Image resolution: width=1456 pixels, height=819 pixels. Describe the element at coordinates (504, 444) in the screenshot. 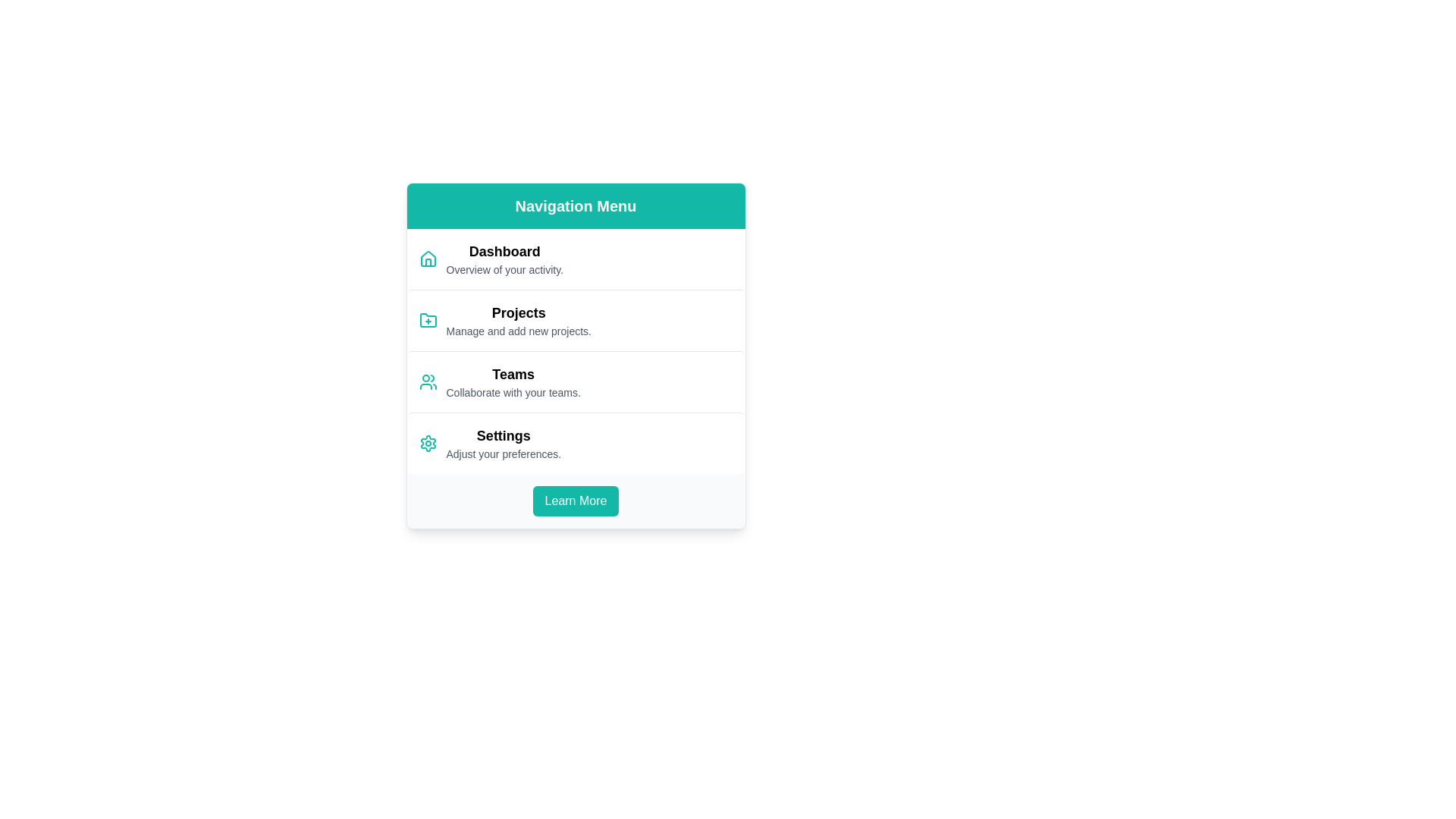

I see `the 'Settings' text option in the Navigation Menu` at that location.